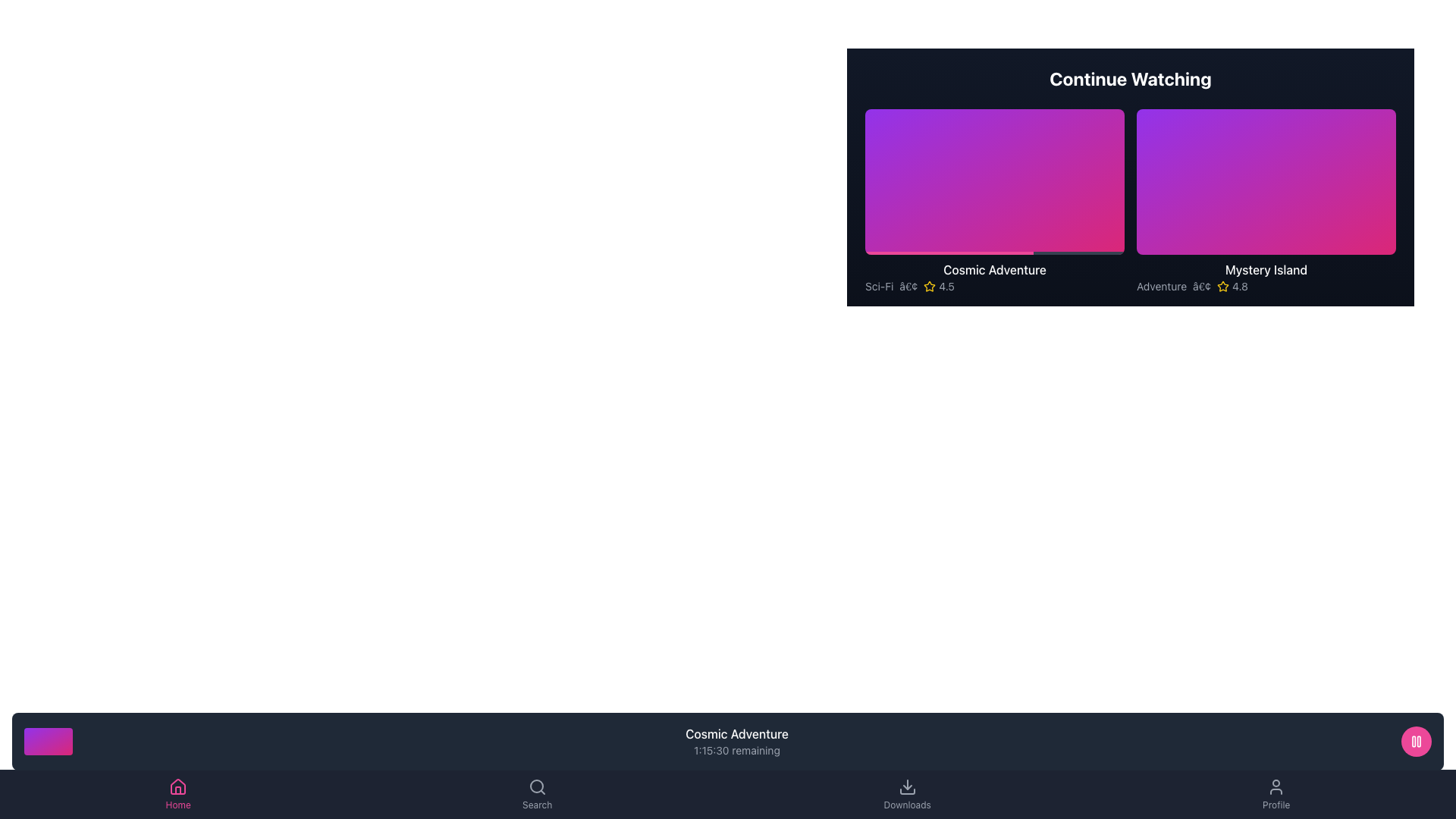  Describe the element at coordinates (1131, 79) in the screenshot. I see `the text-based heading labeled 'Continue Watching', which is prominently visible in bold white font against a dark background, located at the top of the content section` at that location.